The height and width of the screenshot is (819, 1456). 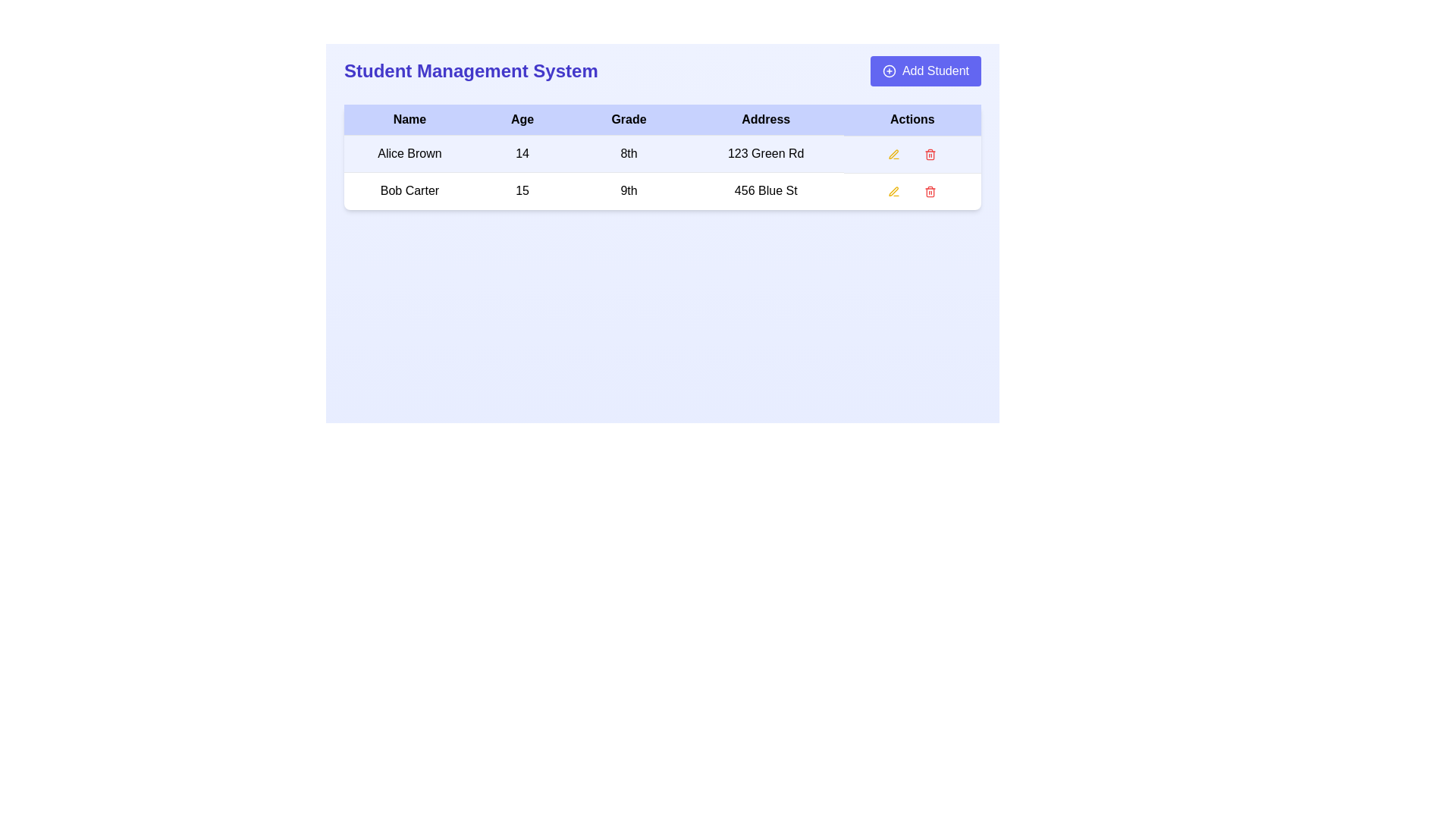 I want to click on the edit button located in the action buttons group of the second row of the table to initiate editing, so click(x=894, y=190).